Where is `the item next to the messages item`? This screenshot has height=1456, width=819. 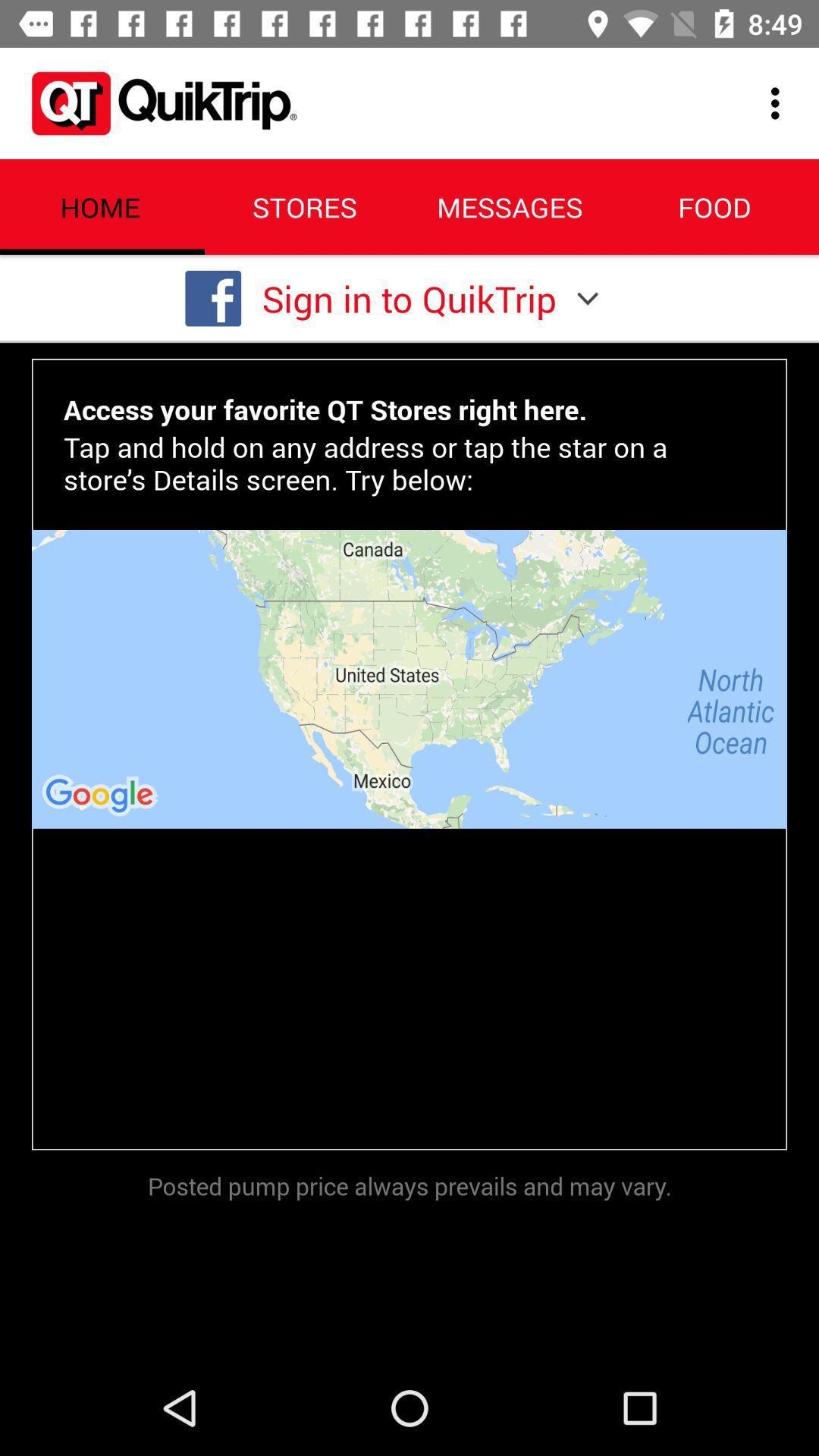 the item next to the messages item is located at coordinates (779, 102).